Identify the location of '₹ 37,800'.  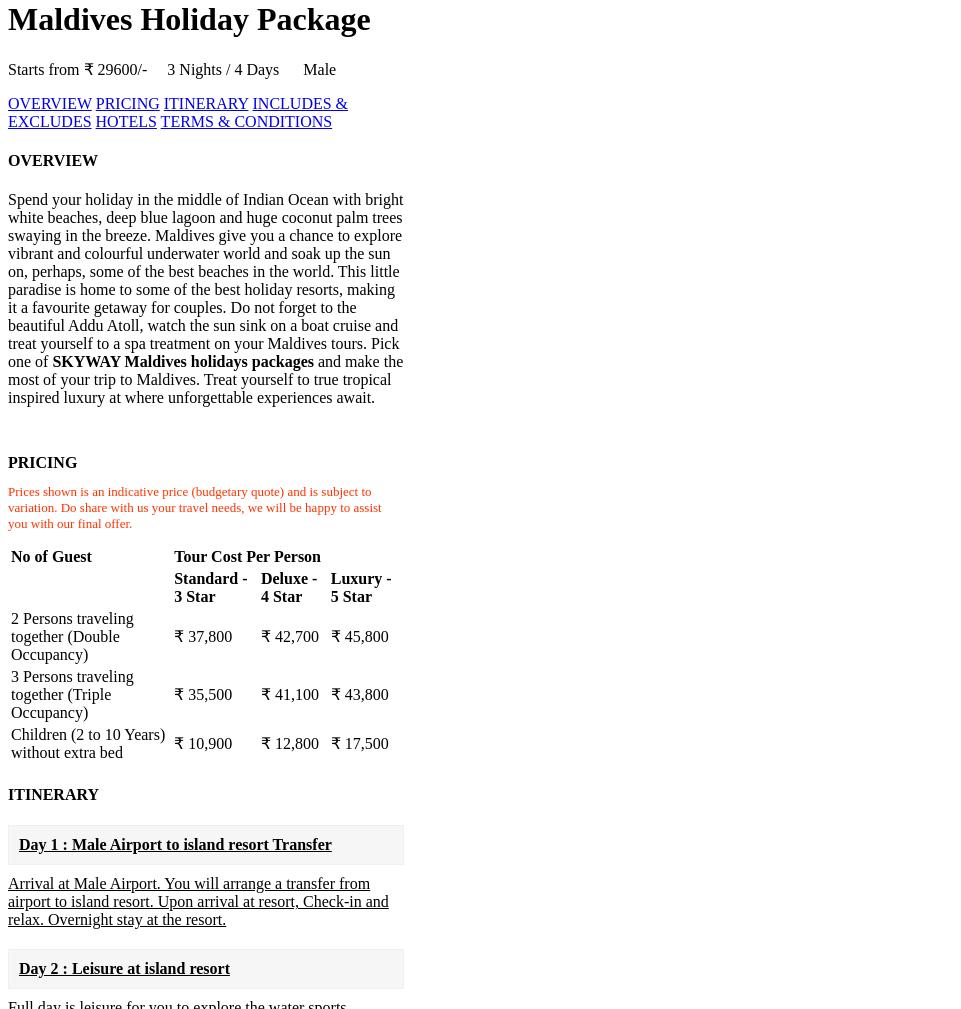
(174, 636).